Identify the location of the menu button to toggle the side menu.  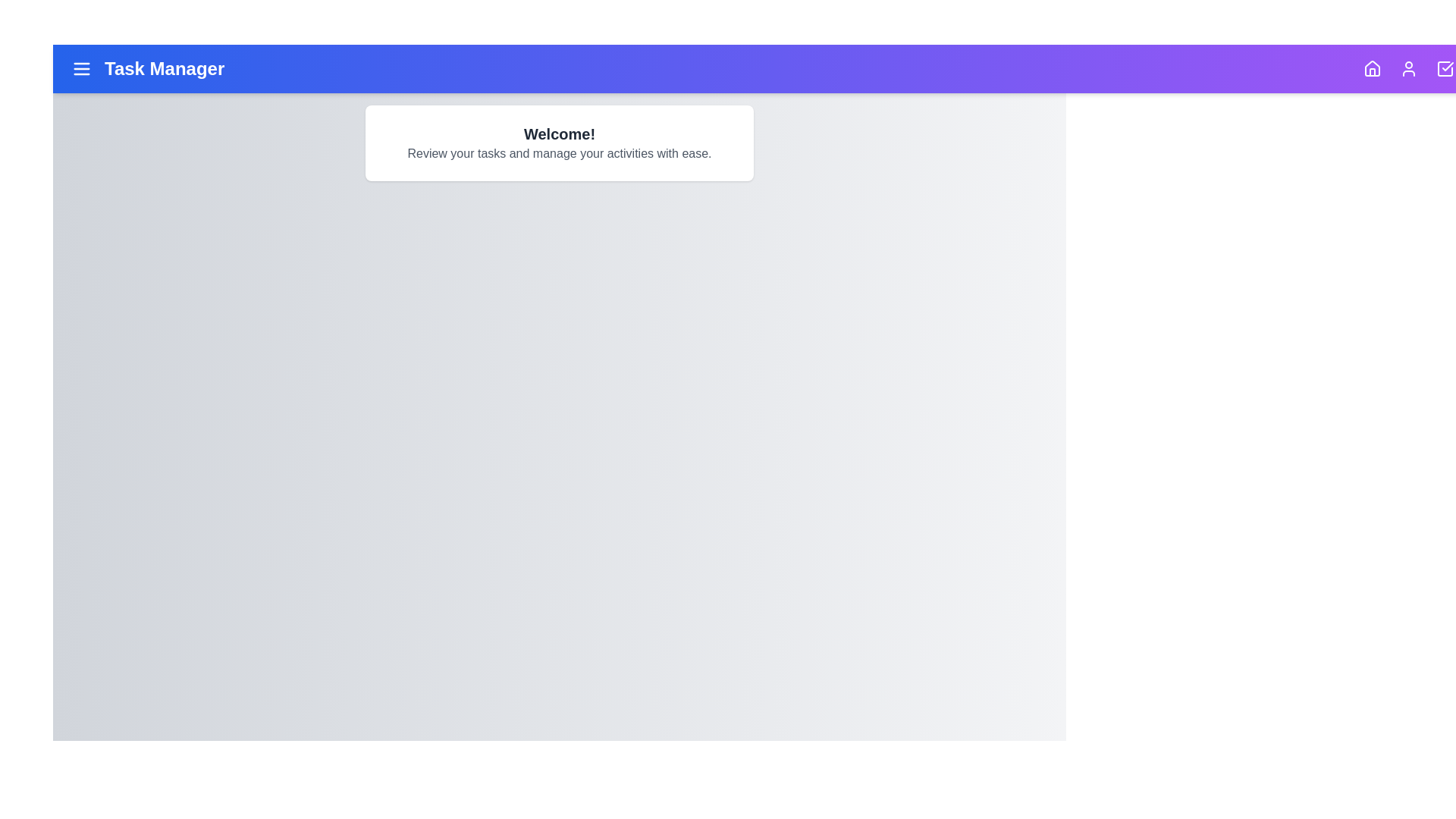
(81, 69).